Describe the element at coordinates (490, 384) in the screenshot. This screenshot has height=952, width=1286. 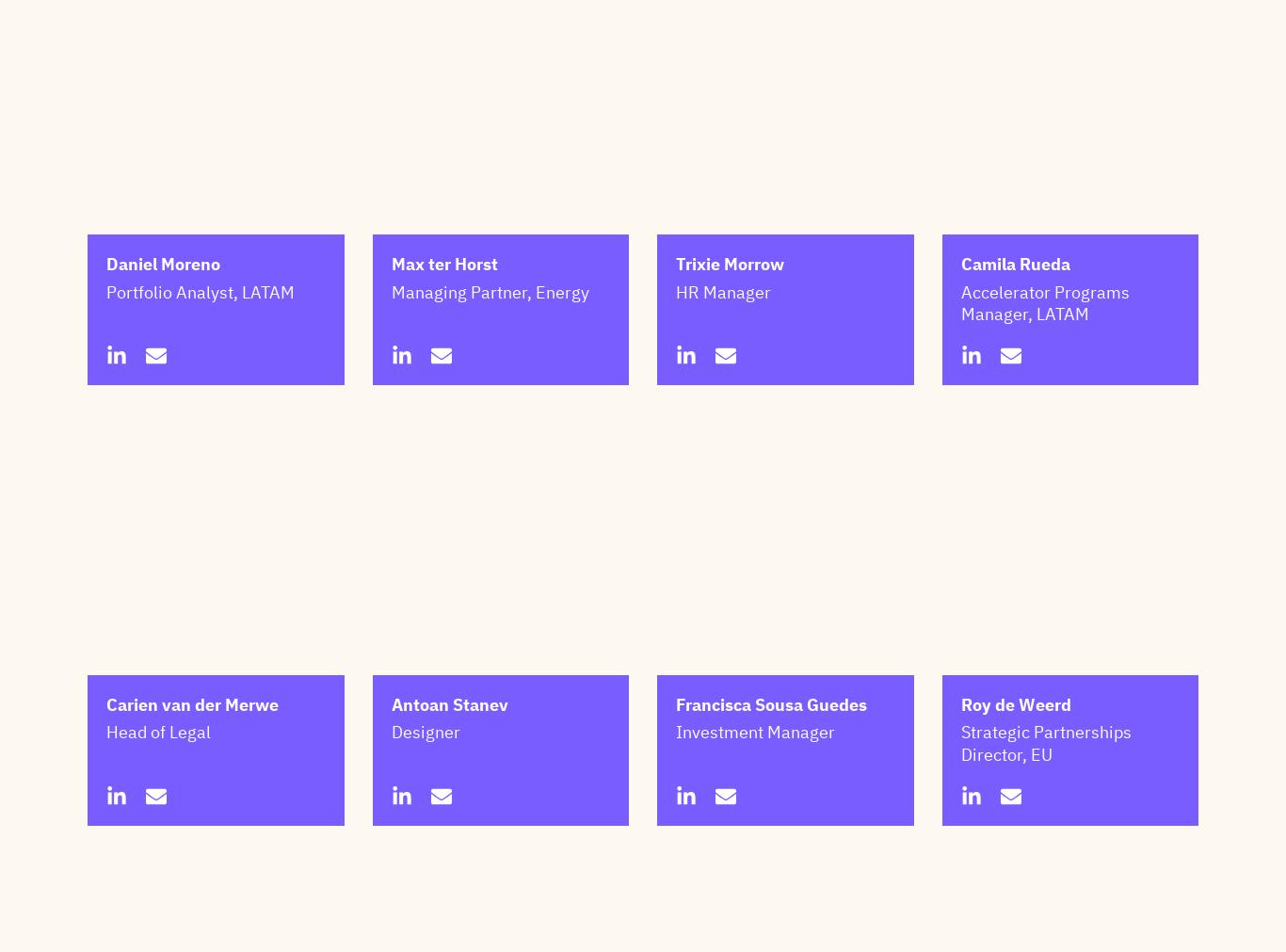
I see `'Managing Partner, Energy'` at that location.